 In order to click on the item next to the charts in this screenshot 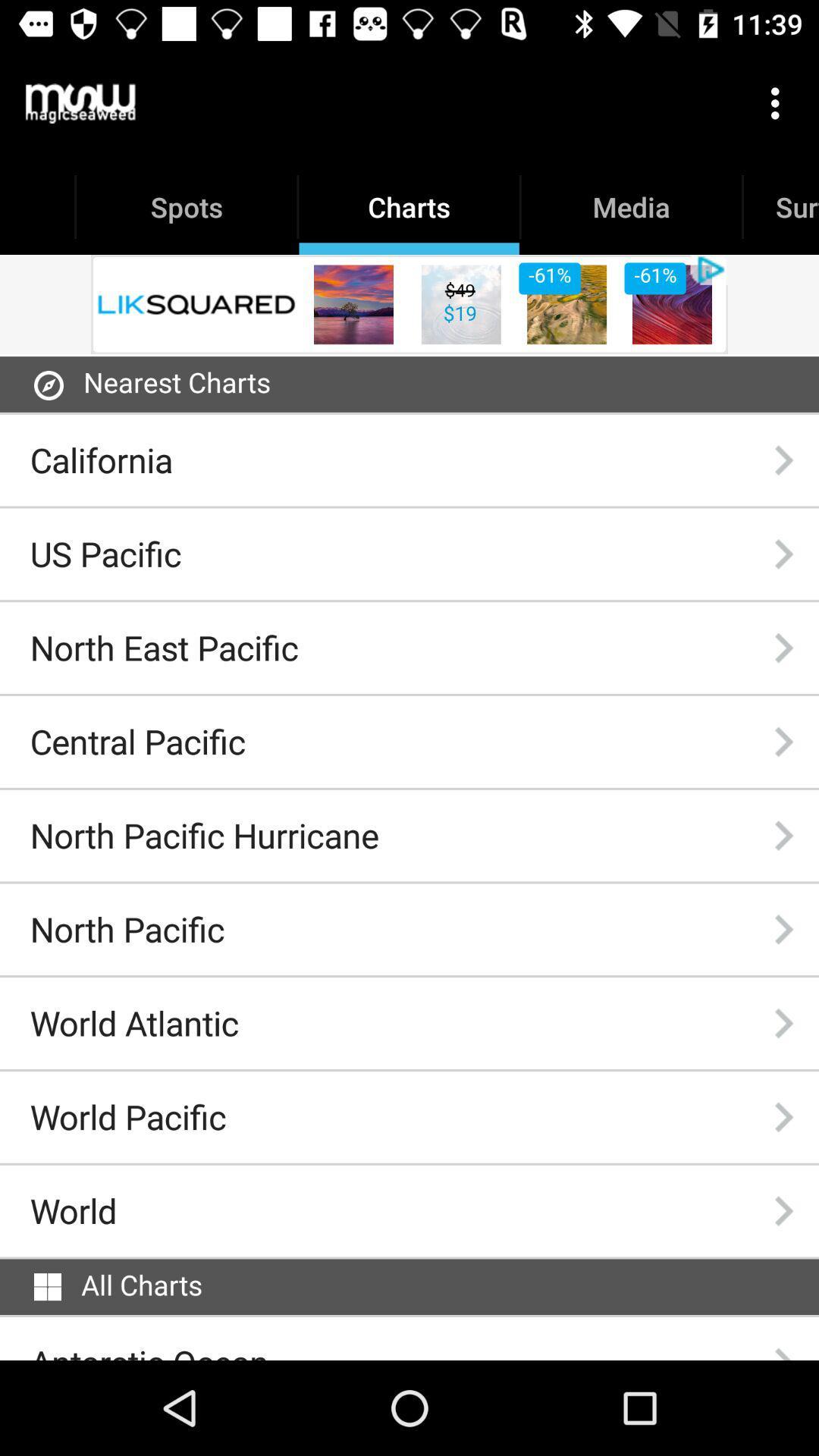, I will do `click(80, 102)`.